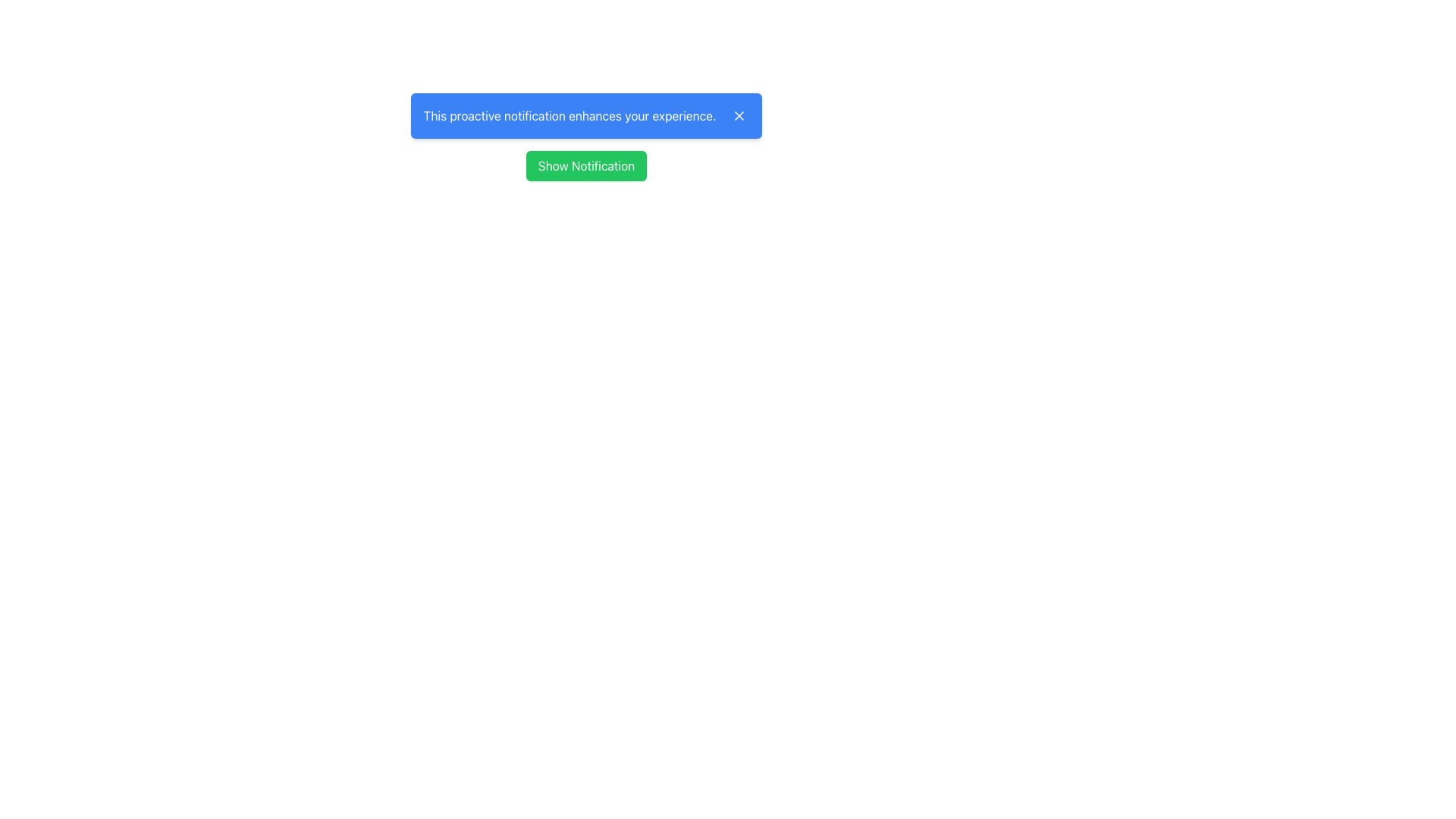 The height and width of the screenshot is (819, 1456). I want to click on the small 'X' icon button located in the top-right corner of the blue notification bar, so click(739, 115).